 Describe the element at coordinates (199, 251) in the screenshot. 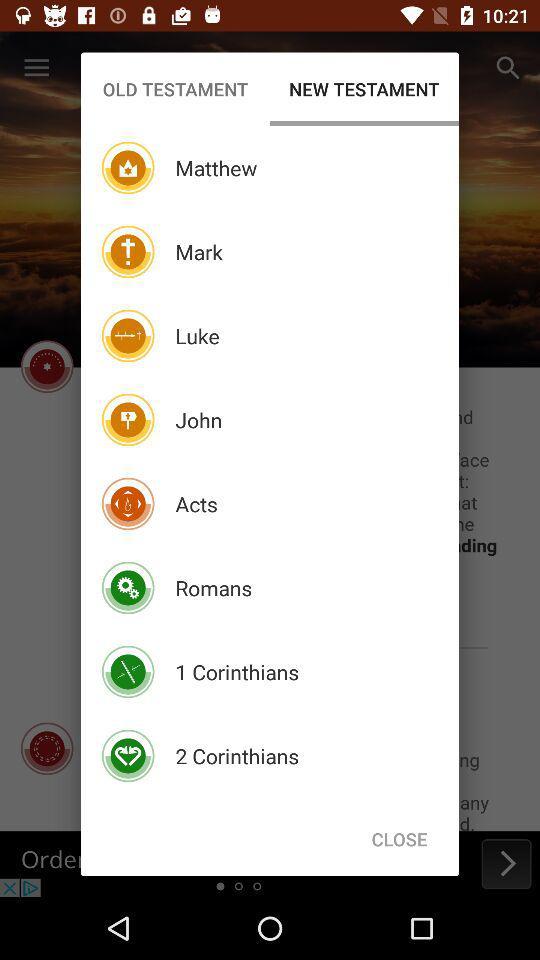

I see `the mark item` at that location.